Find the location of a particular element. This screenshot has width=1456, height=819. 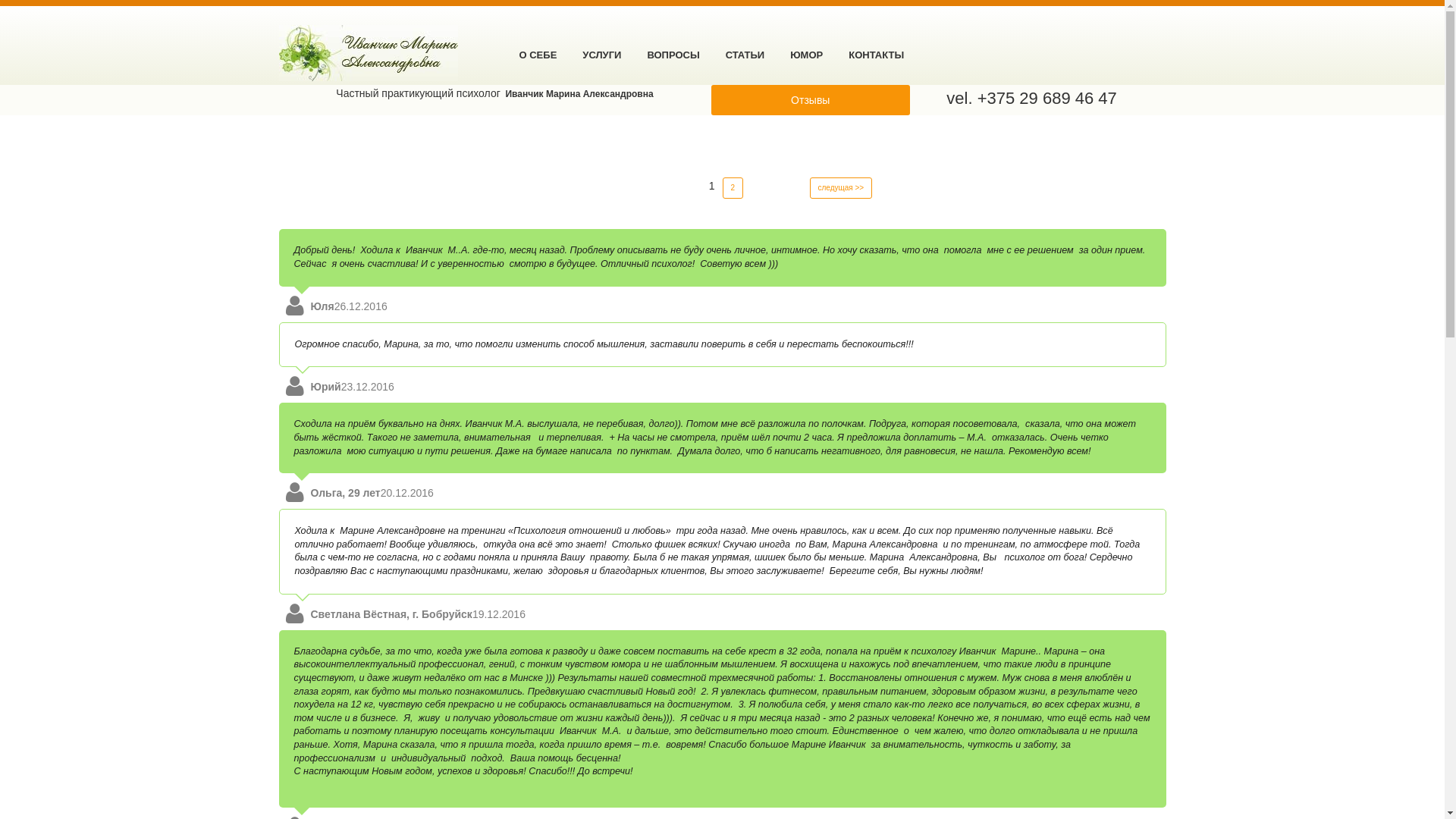

'20.12.2016' is located at coordinates (407, 493).